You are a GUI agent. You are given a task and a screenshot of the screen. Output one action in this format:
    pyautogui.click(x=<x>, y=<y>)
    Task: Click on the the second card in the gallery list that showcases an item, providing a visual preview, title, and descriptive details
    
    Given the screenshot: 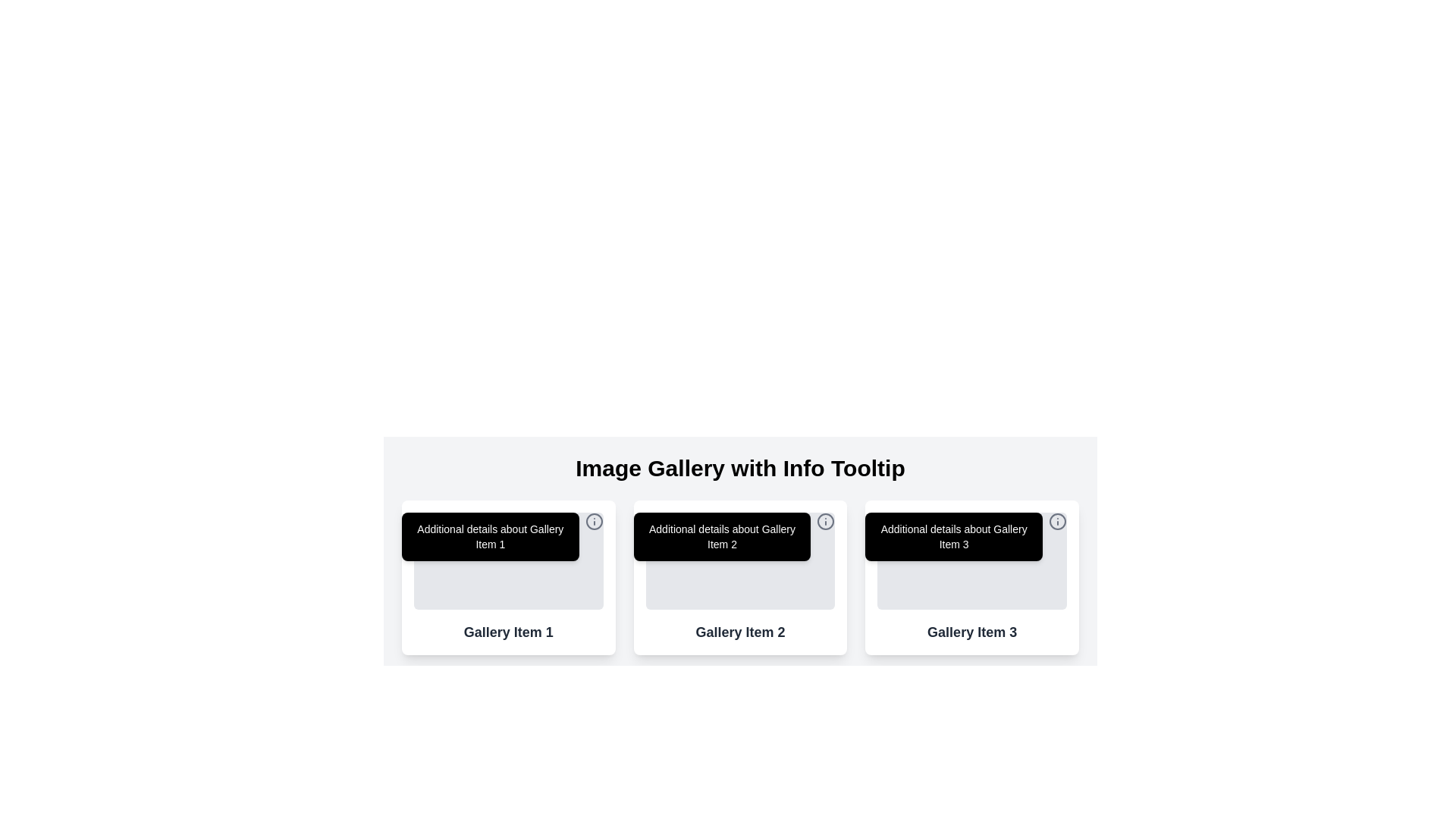 What is the action you would take?
    pyautogui.click(x=740, y=578)
    